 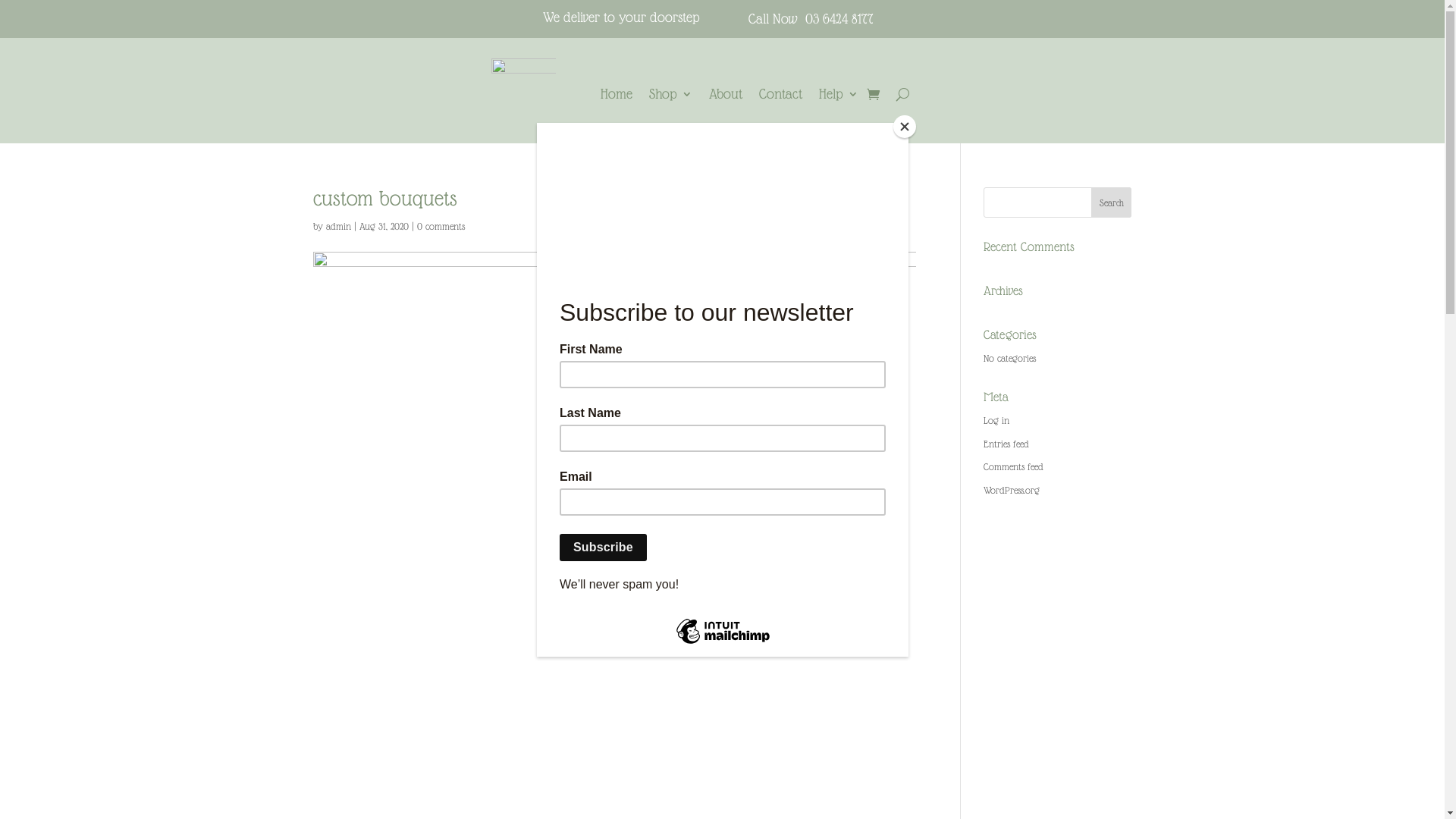 I want to click on 'Entries feed', so click(x=983, y=444).